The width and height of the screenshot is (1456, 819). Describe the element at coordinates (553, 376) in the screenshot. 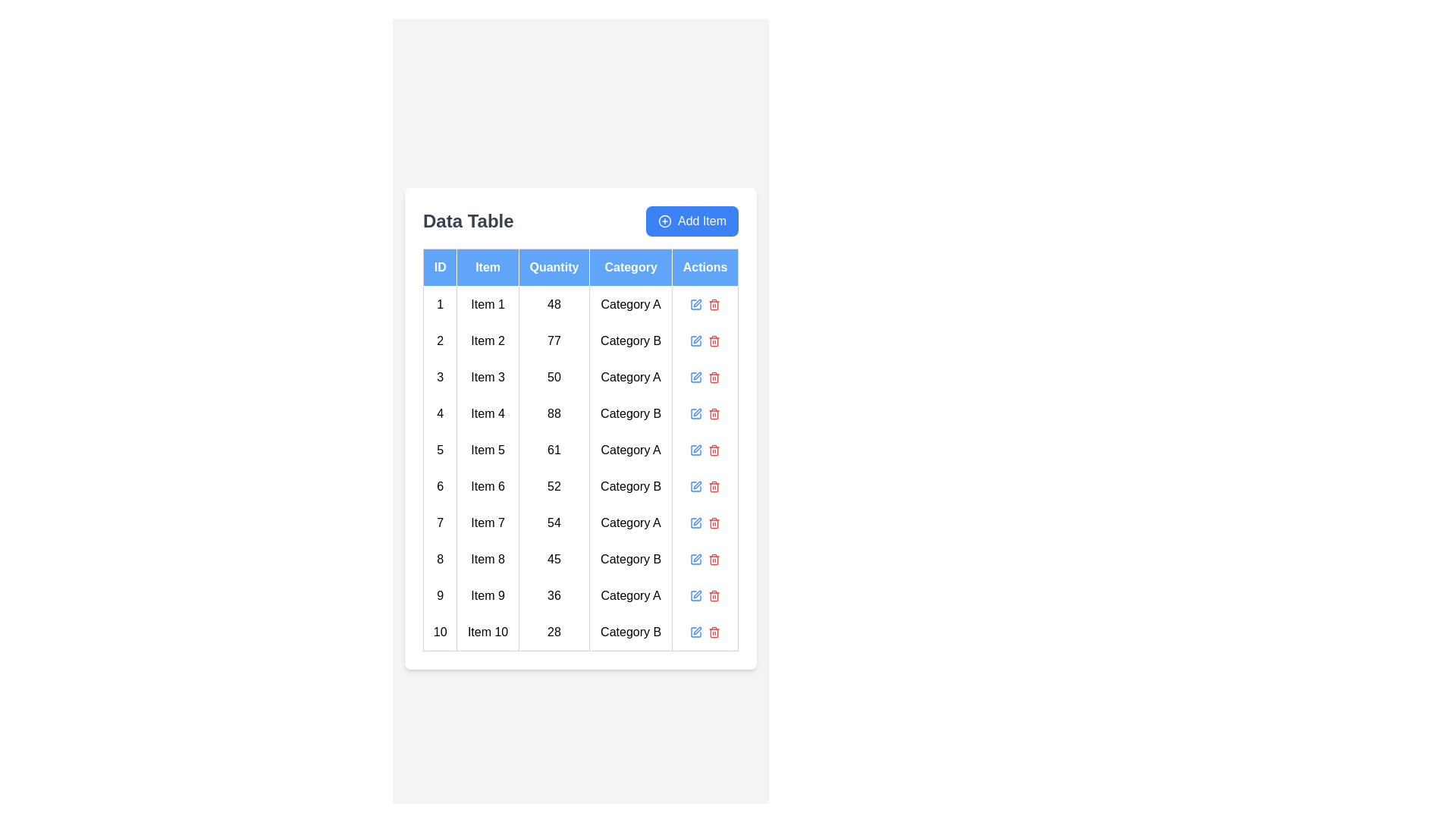

I see `the numerical text field displaying '50' in the 'Quantity' column of the table` at that location.